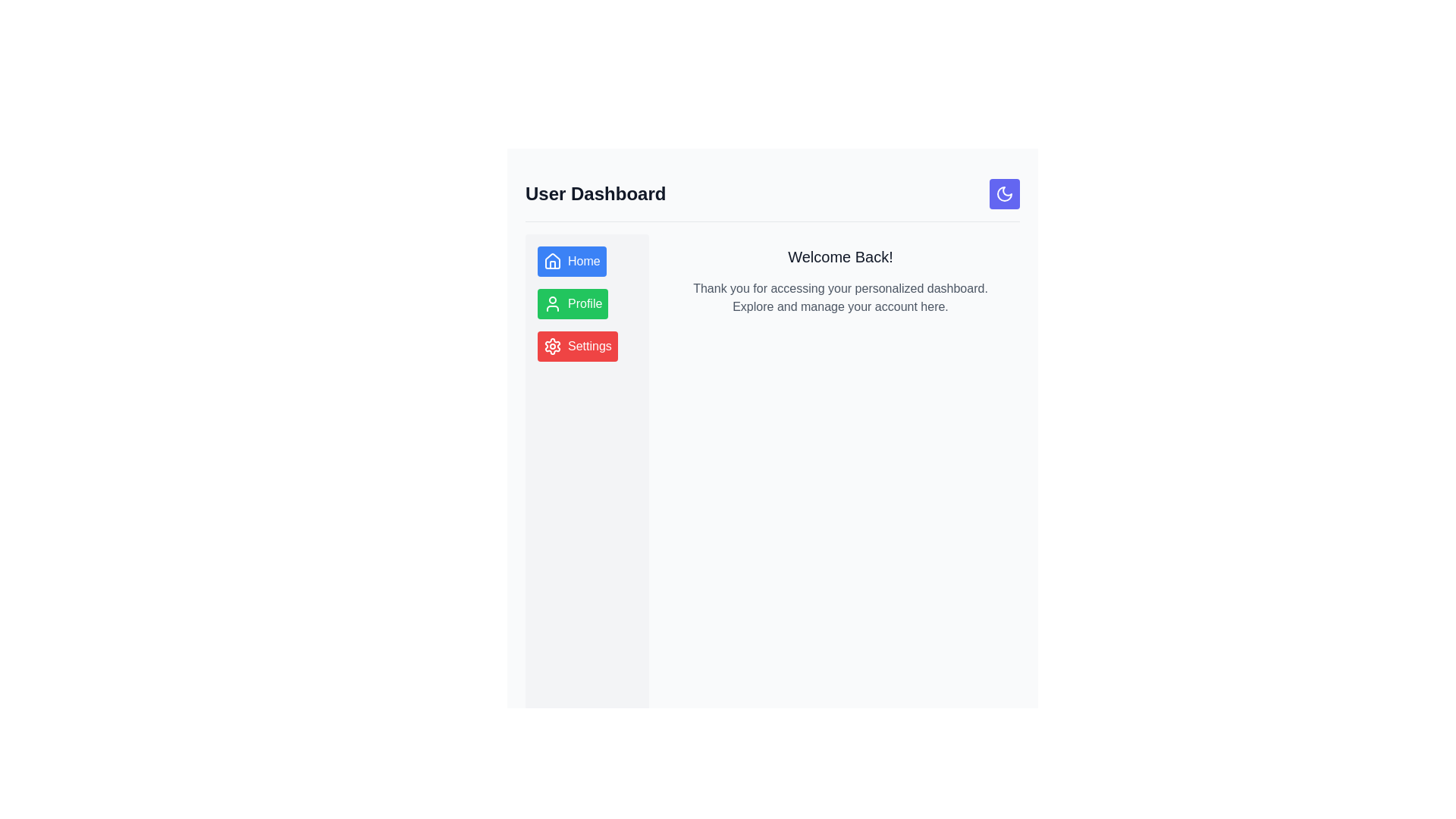 This screenshot has height=819, width=1456. Describe the element at coordinates (552, 304) in the screenshot. I see `the user's profile icon located to the left of the 'Profile' text within the green rectangular button in the middle section of the vertical menu bar` at that location.